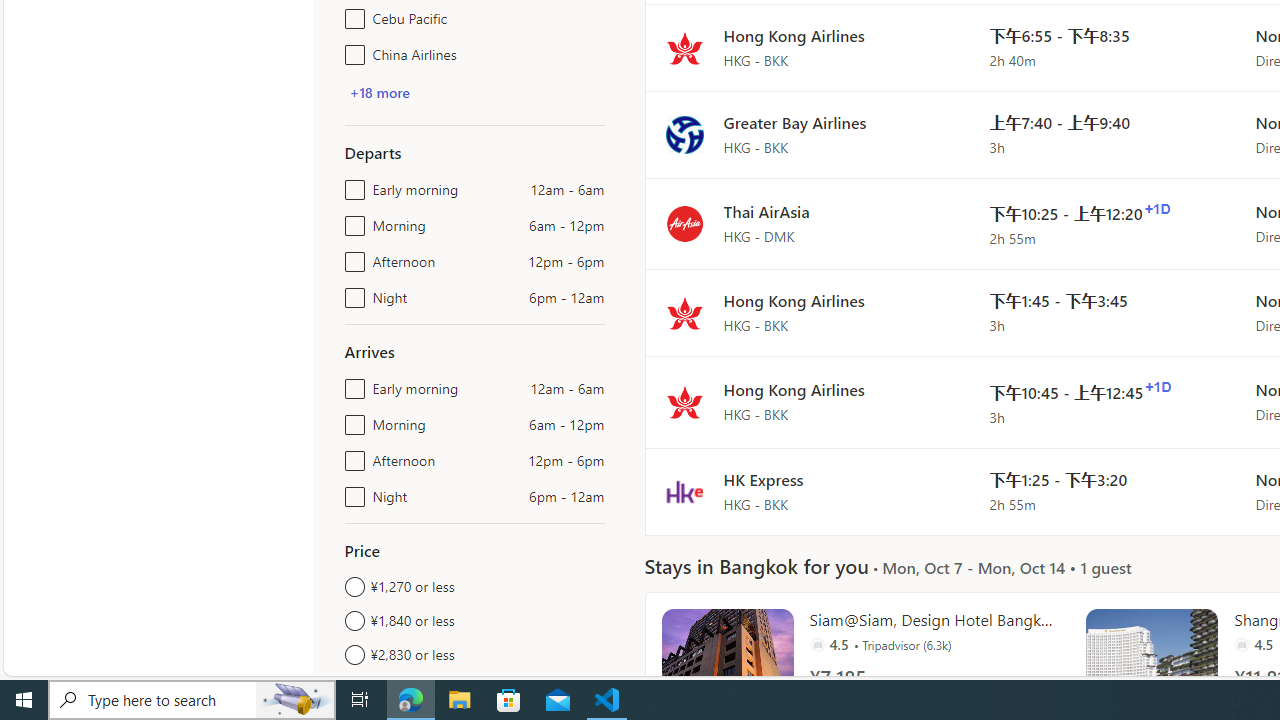 The image size is (1280, 720). I want to click on 'Night6pm - 12am', so click(351, 492).